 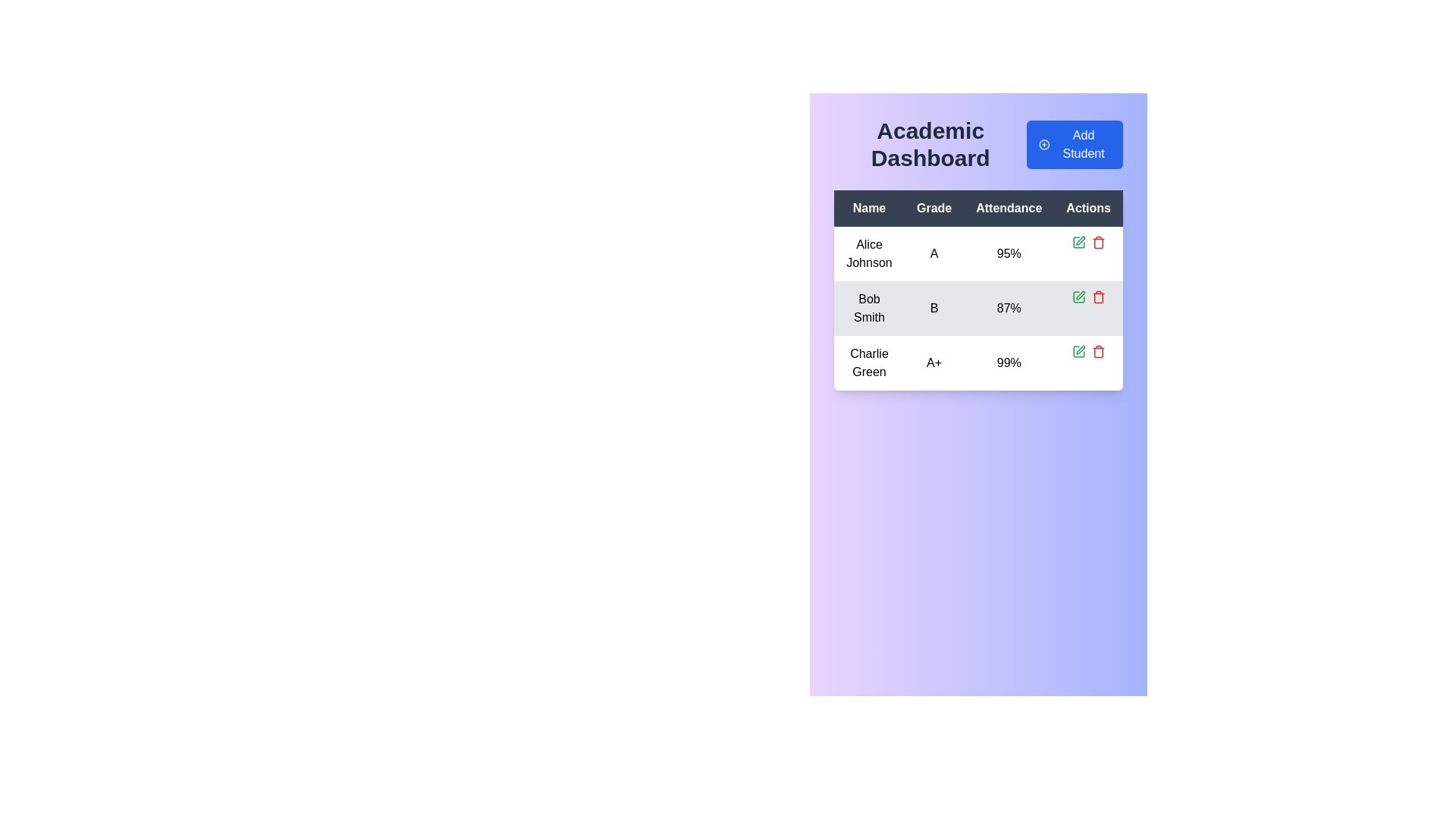 I want to click on the attendance percentage text label for 'Bob Smith', which is located in the Attendance column of the table, between the elements labeled 'B' and the action icons, so click(x=1009, y=308).